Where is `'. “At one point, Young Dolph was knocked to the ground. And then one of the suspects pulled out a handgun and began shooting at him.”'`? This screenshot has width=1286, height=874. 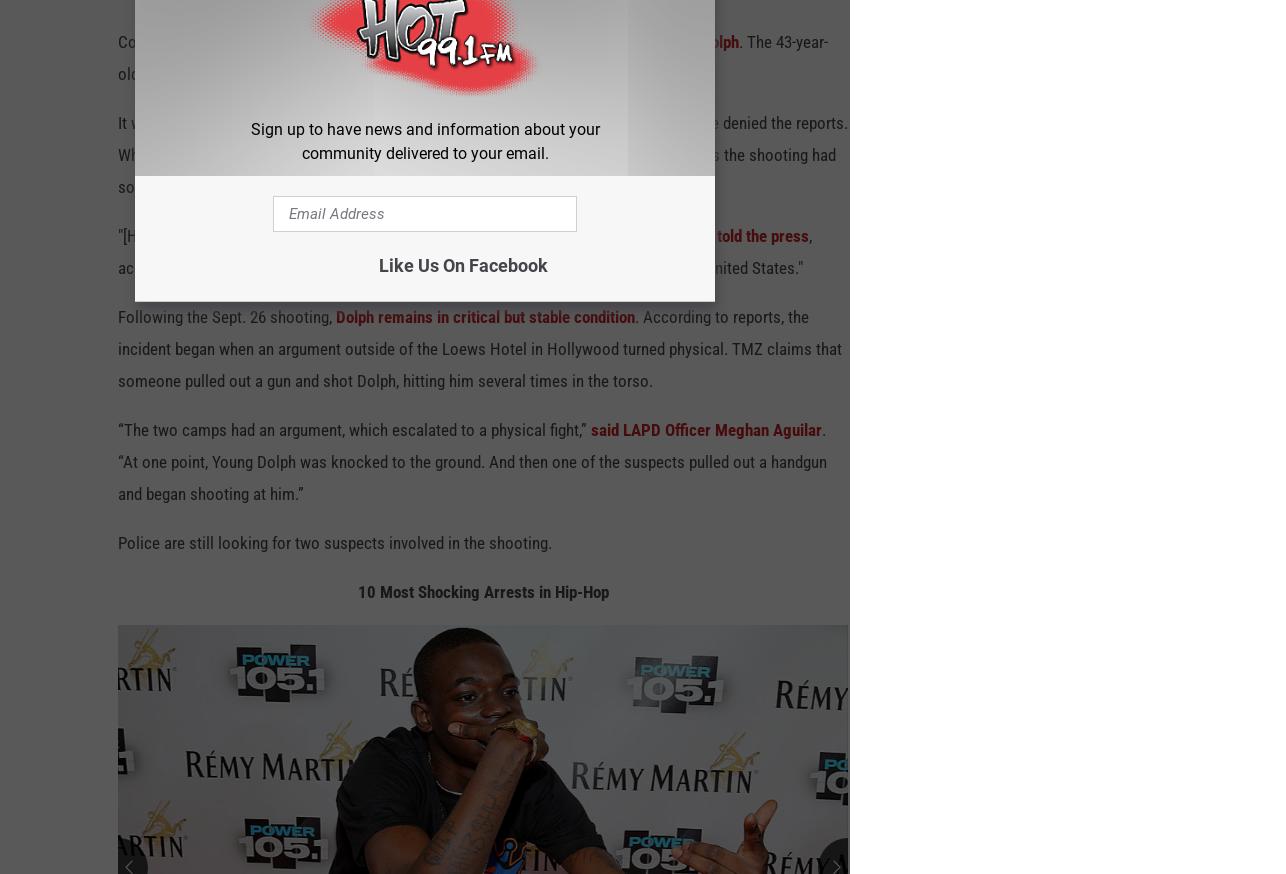
'. “At one point, Young Dolph was knocked to the ground. And then one of the suspects pulled out a handgun and began shooting at him.”' is located at coordinates (471, 469).